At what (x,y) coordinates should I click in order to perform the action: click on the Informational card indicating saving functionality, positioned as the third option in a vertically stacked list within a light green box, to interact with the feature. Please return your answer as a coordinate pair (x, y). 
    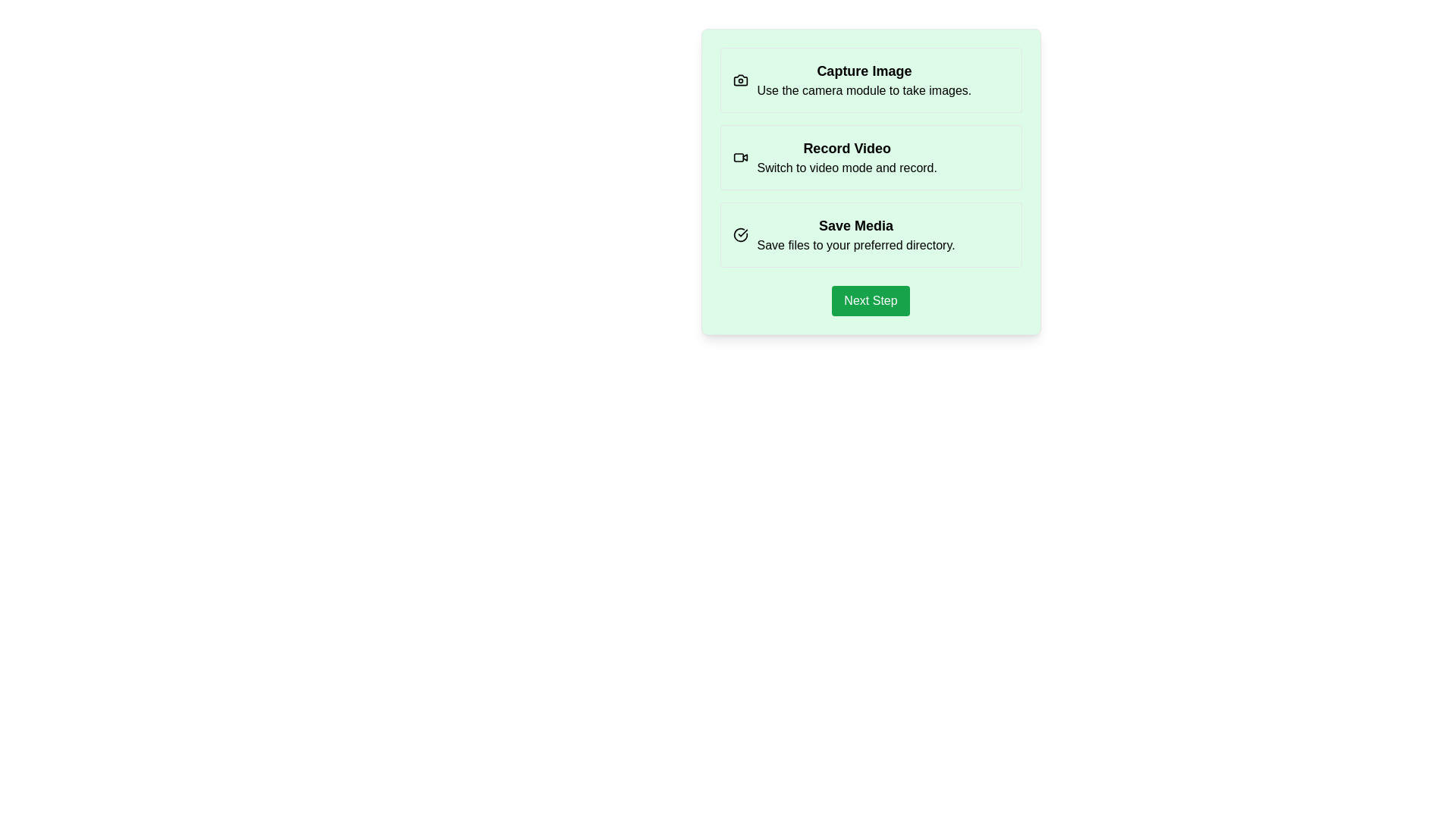
    Looking at the image, I should click on (871, 234).